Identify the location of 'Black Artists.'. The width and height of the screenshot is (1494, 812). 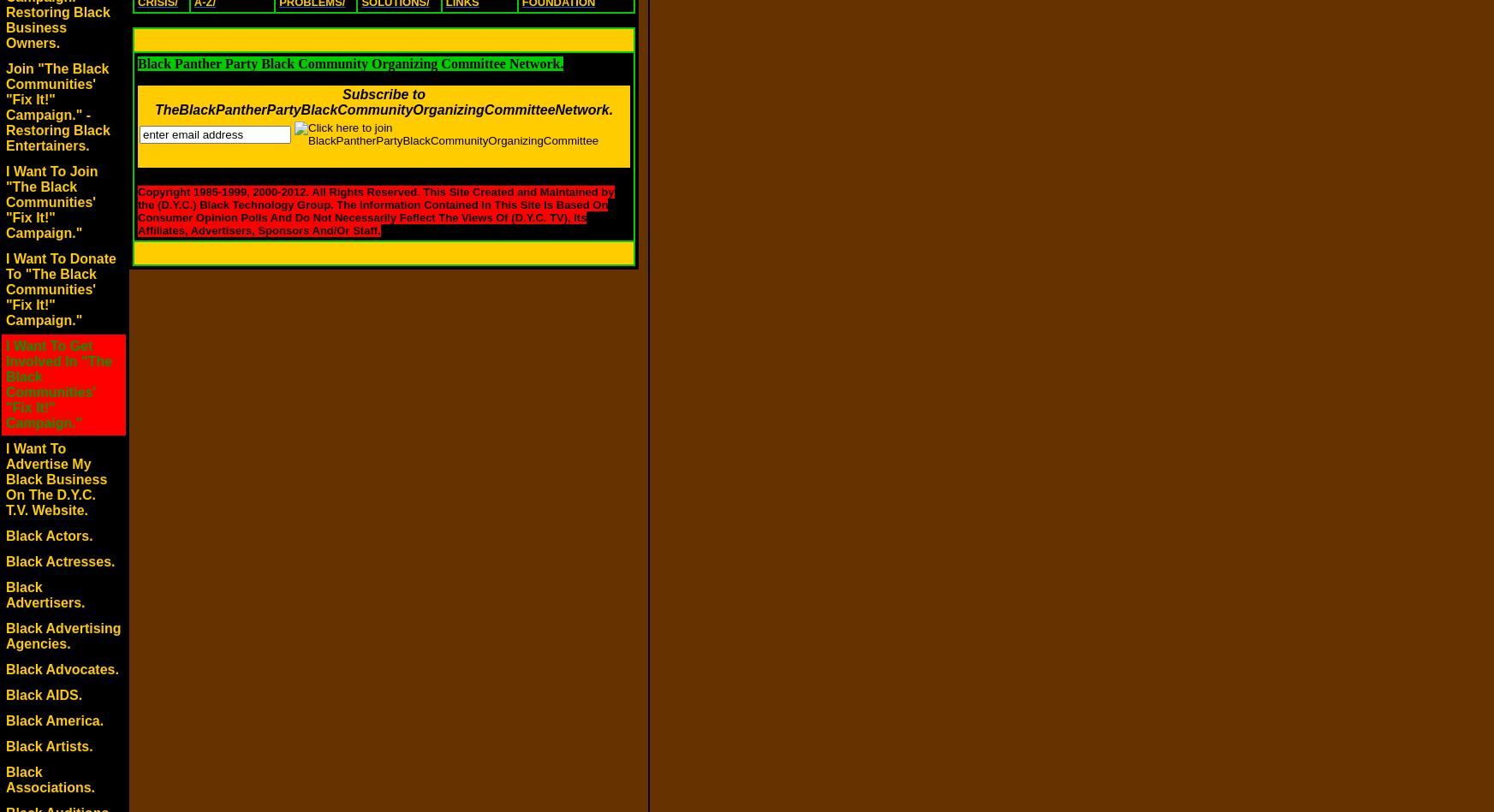
(48, 745).